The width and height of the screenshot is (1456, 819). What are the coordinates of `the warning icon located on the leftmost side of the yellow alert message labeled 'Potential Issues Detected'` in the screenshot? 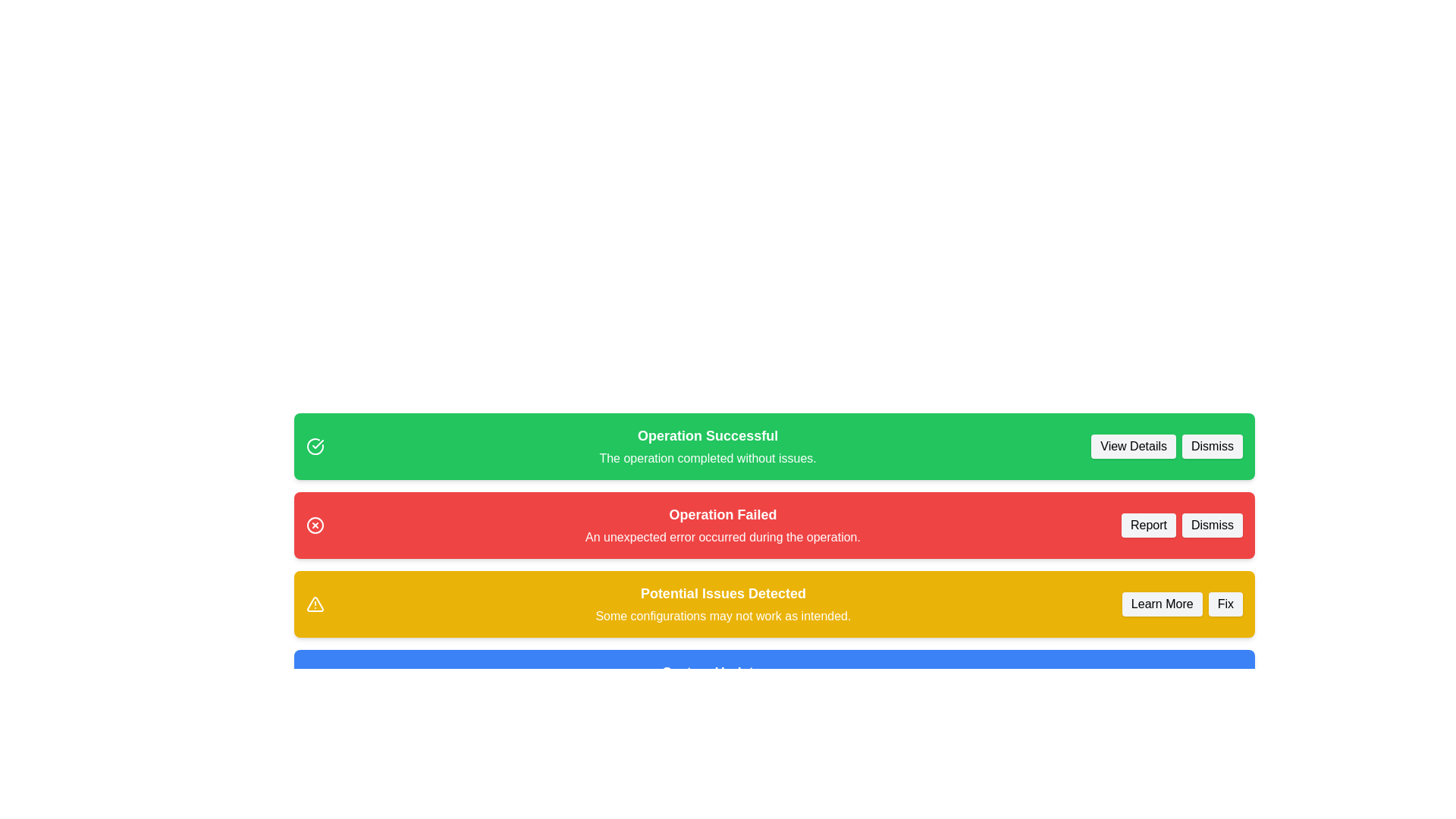 It's located at (315, 604).